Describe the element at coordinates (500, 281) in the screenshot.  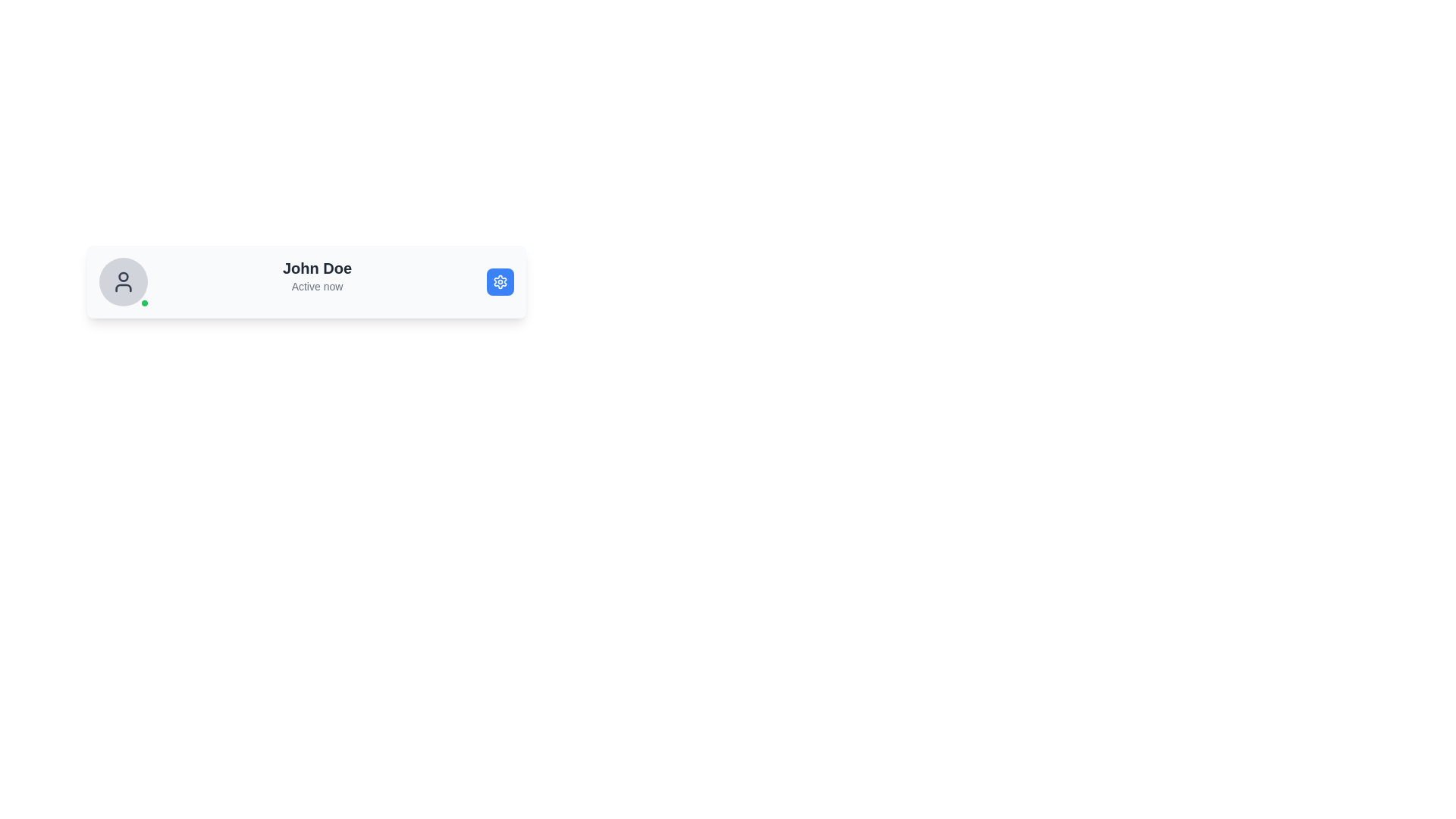
I see `the gear-like icon button representing settings, located in the top-right corner of the user profile card` at that location.